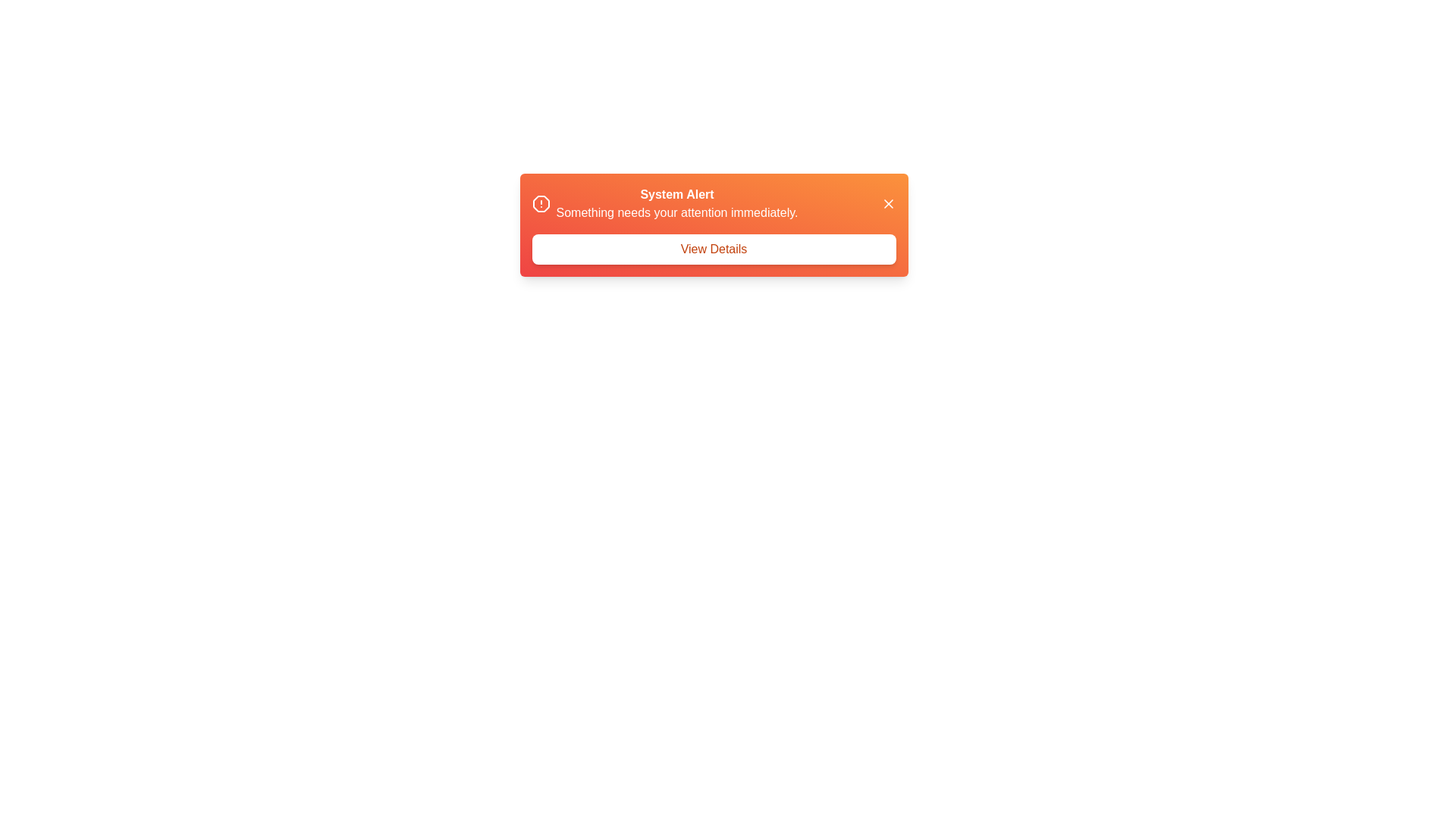 The image size is (1456, 819). What do you see at coordinates (665, 203) in the screenshot?
I see `the 'System Alert' text display component, which includes the bold title 'System Alert' and the message 'Something needs your attention immediately.'` at bounding box center [665, 203].